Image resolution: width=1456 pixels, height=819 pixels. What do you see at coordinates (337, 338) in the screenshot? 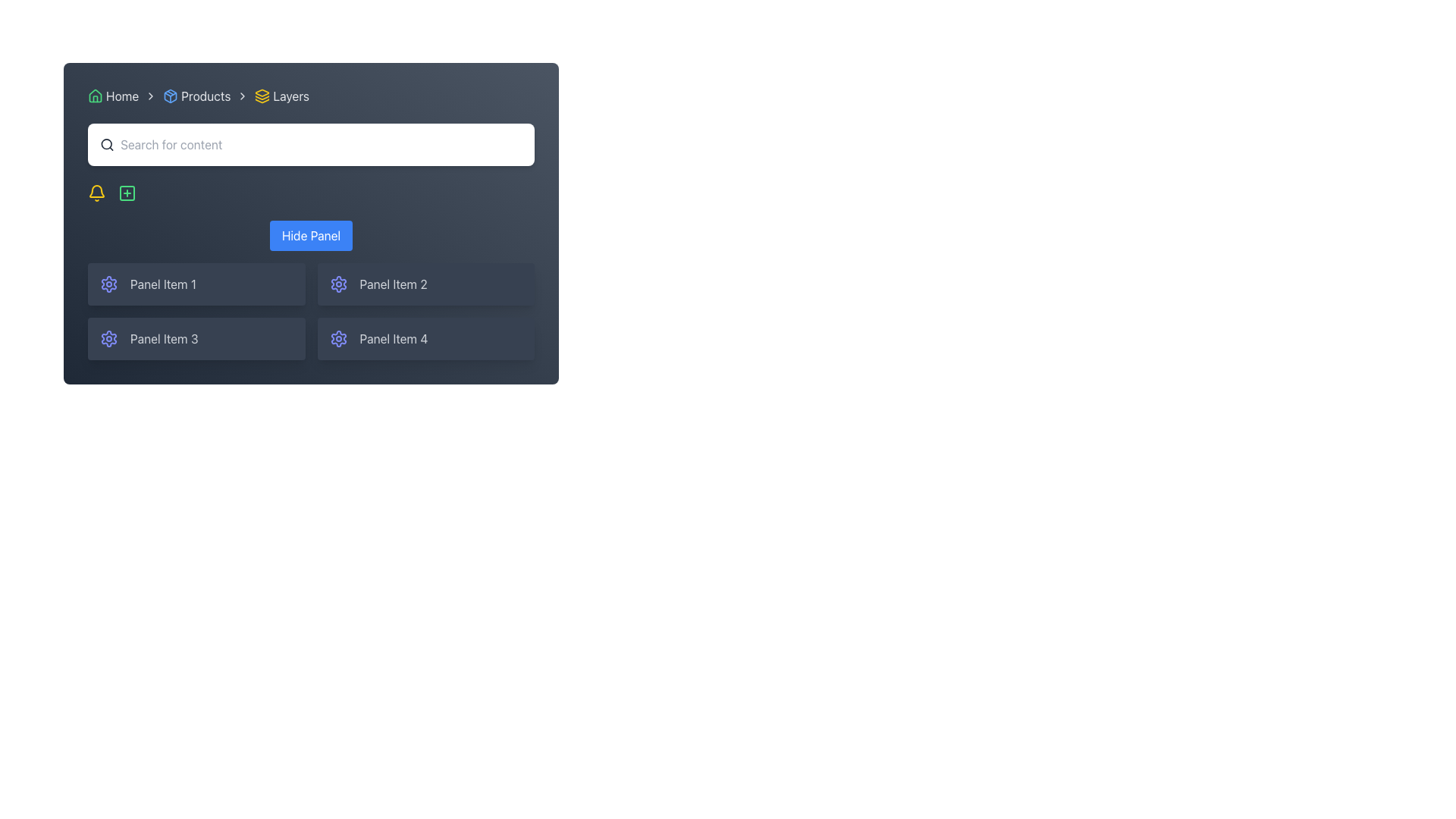
I see `the gear-shaped icon, which is dark indigo and located in the bottom right of the interface` at bounding box center [337, 338].